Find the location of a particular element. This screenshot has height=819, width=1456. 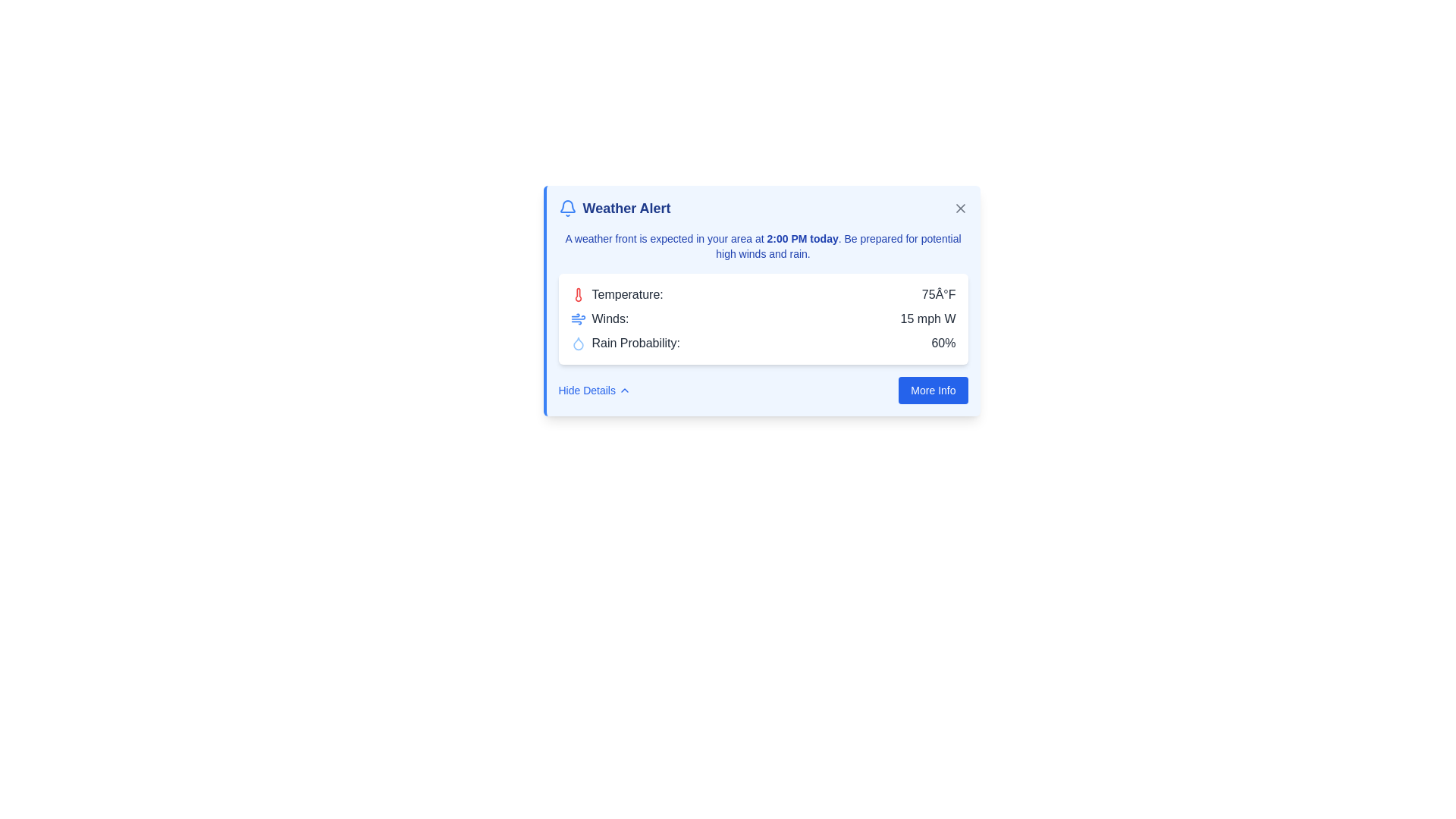

the hyperlink with an icon that toggles additional details to underline the text before the 'More Info' button is located at coordinates (594, 390).